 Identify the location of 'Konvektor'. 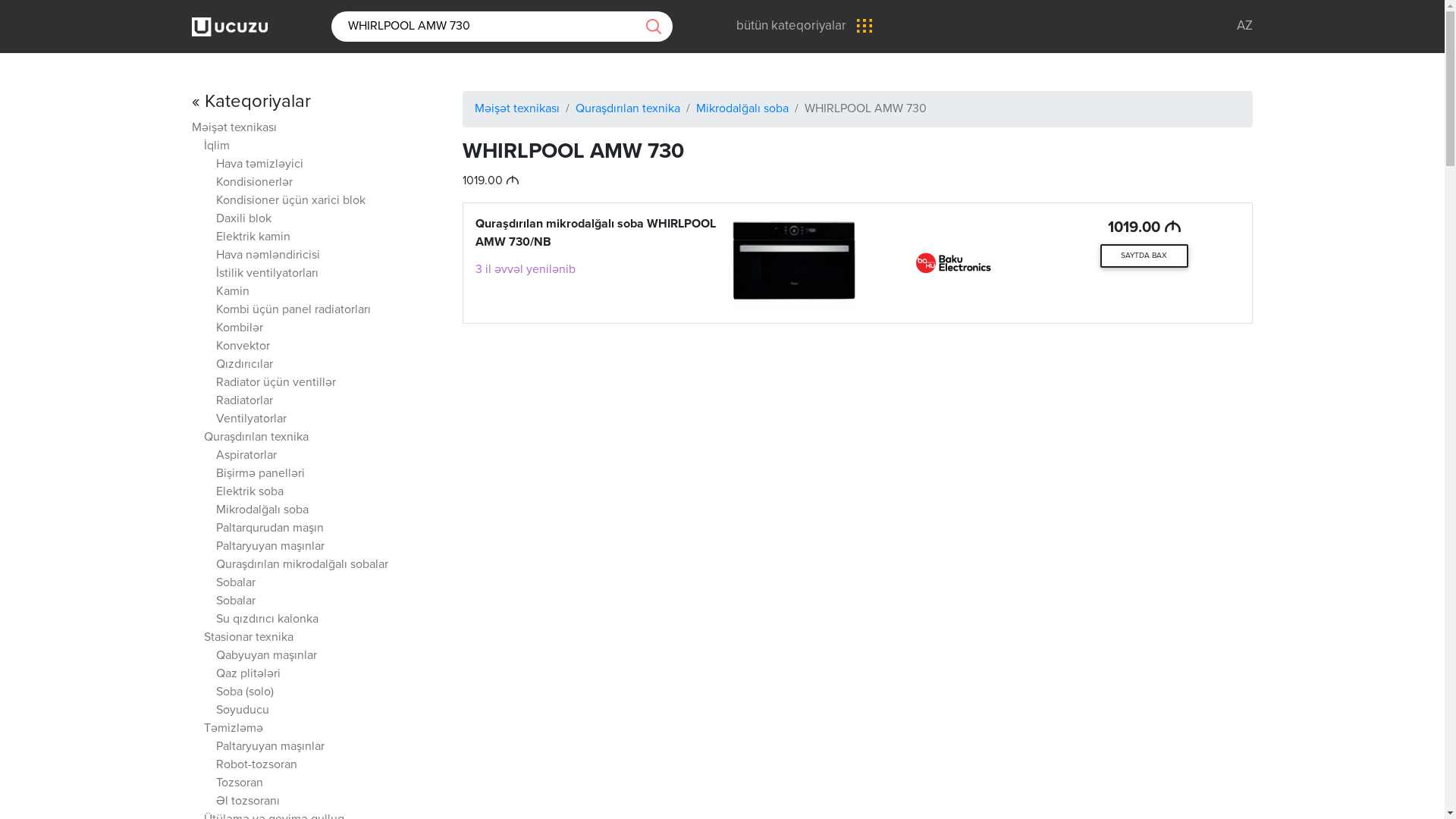
(215, 347).